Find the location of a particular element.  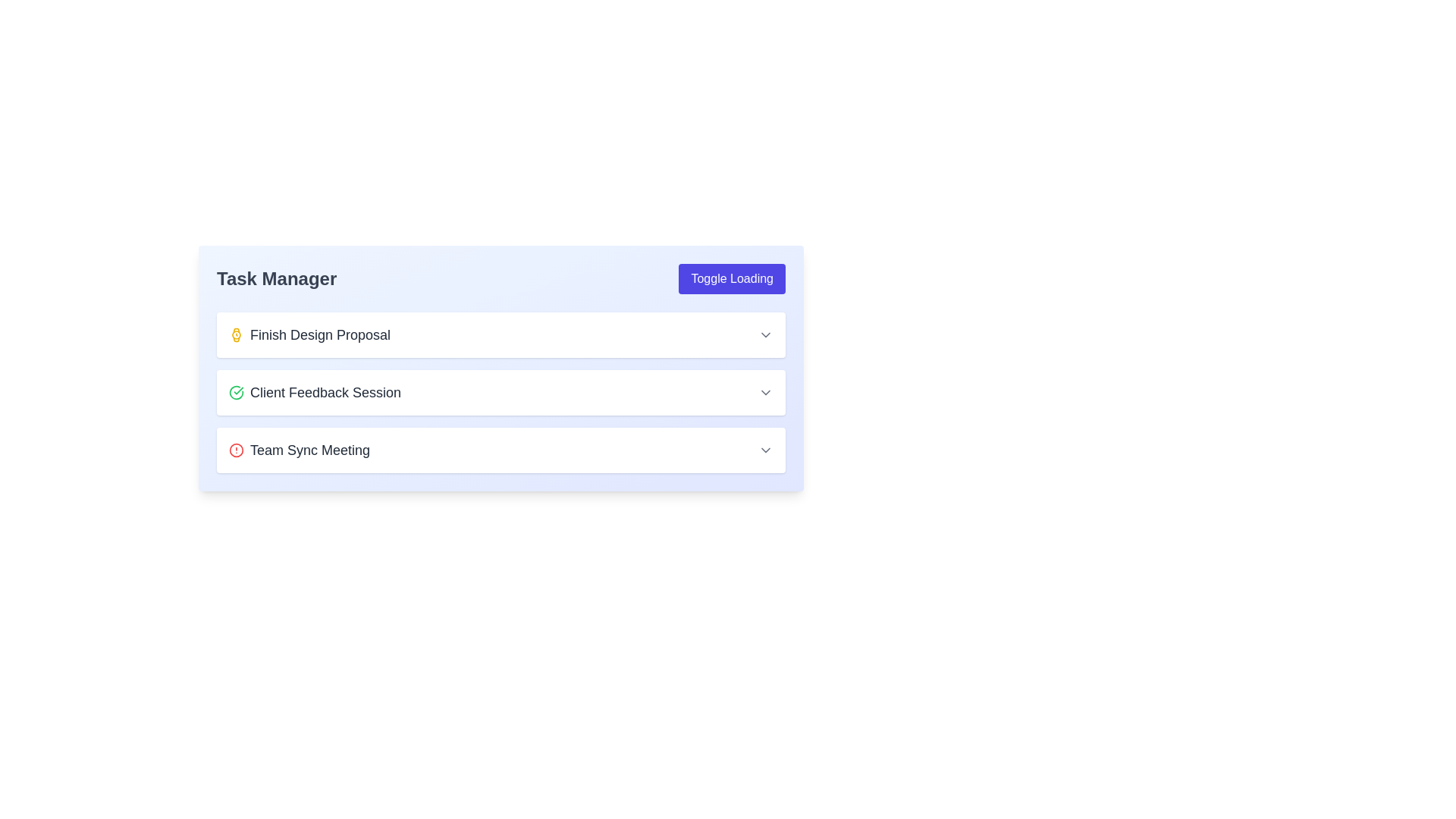

the list item displaying 'Client Feedback Session' with a checkmark icon is located at coordinates (314, 391).